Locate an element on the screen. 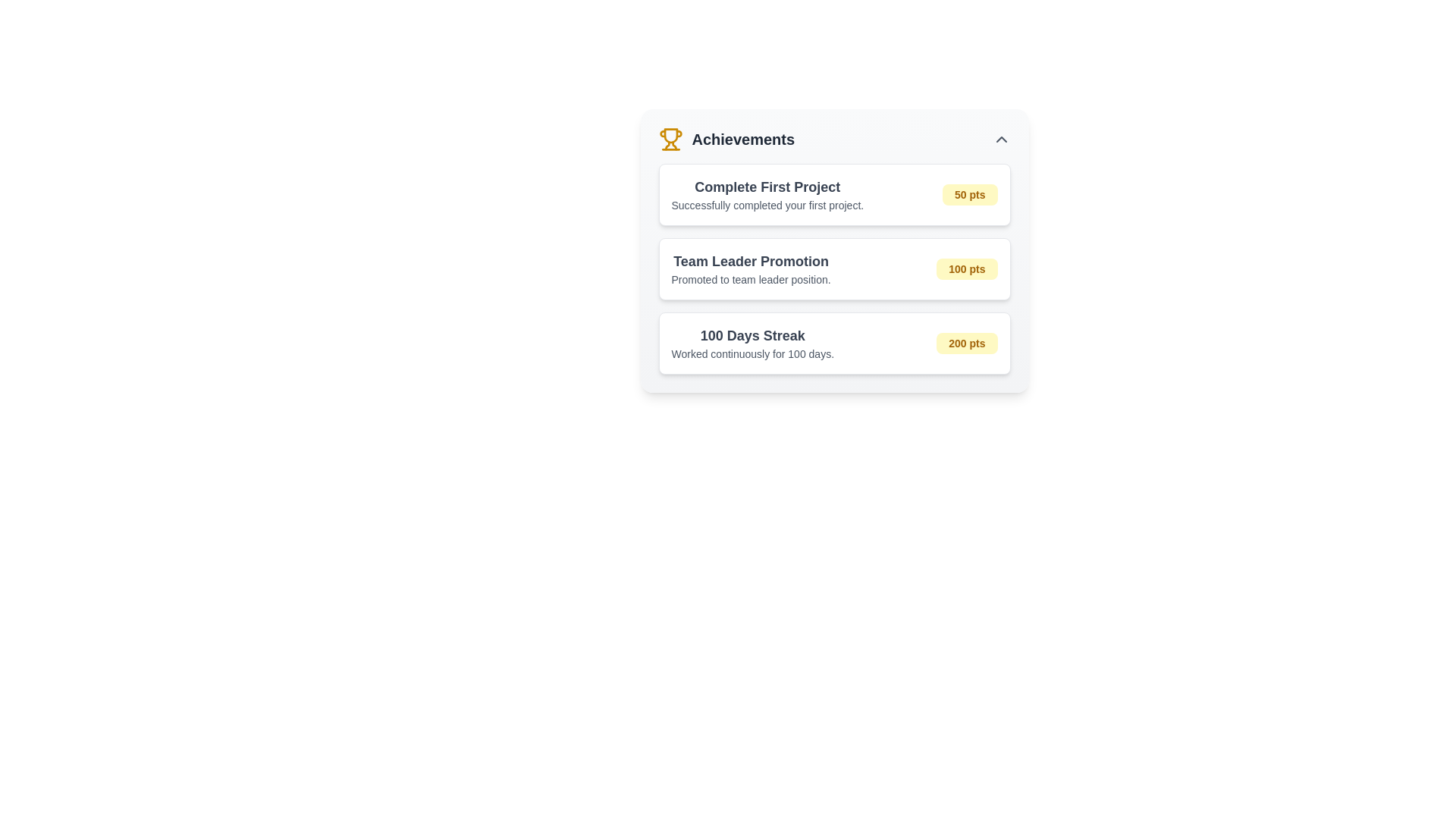 Image resolution: width=1456 pixels, height=819 pixels. the text label that reads 'Successfully completed your first project.' which is contained within the card-like structure beneath the heading 'Complete First Project' is located at coordinates (767, 205).